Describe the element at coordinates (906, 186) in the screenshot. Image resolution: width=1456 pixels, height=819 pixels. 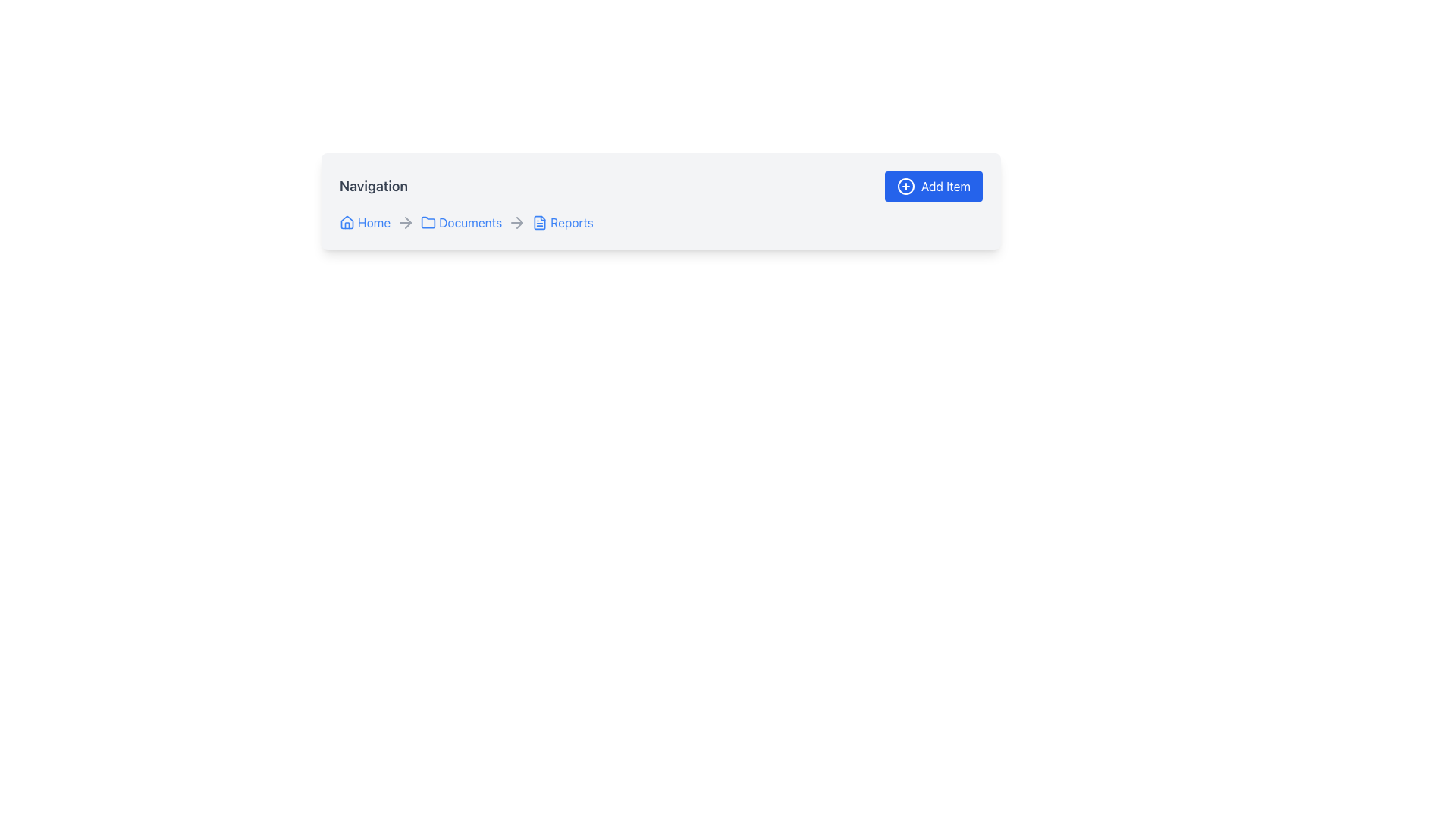
I see `the circular component of the 'Add Item' button located at the top-right corner of the interface` at that location.